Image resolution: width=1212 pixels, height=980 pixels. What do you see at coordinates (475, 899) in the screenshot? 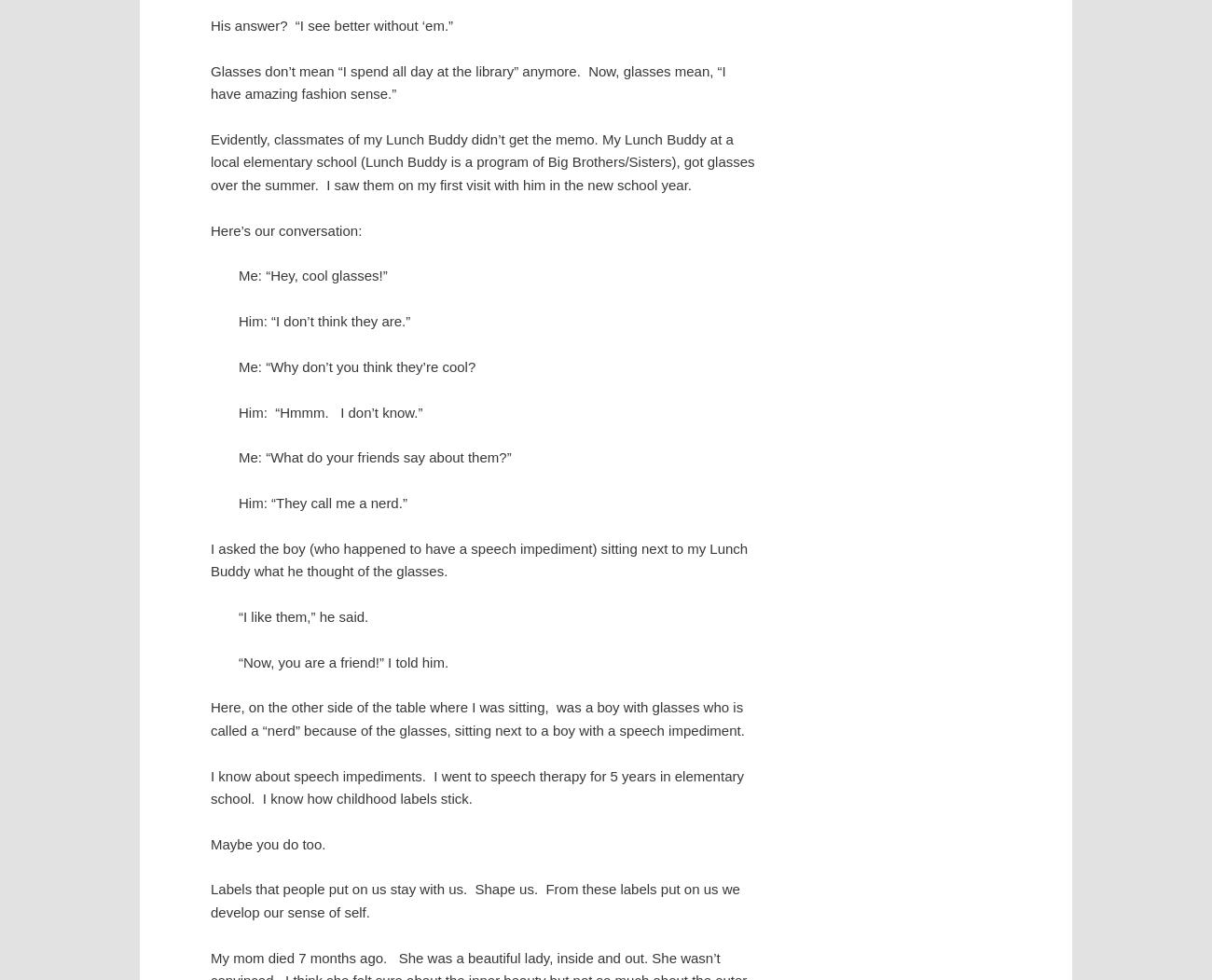
I see `'Labels that people put on us stay with us.  Shape us.  From these labels put on us we develop our sense of self.'` at bounding box center [475, 899].